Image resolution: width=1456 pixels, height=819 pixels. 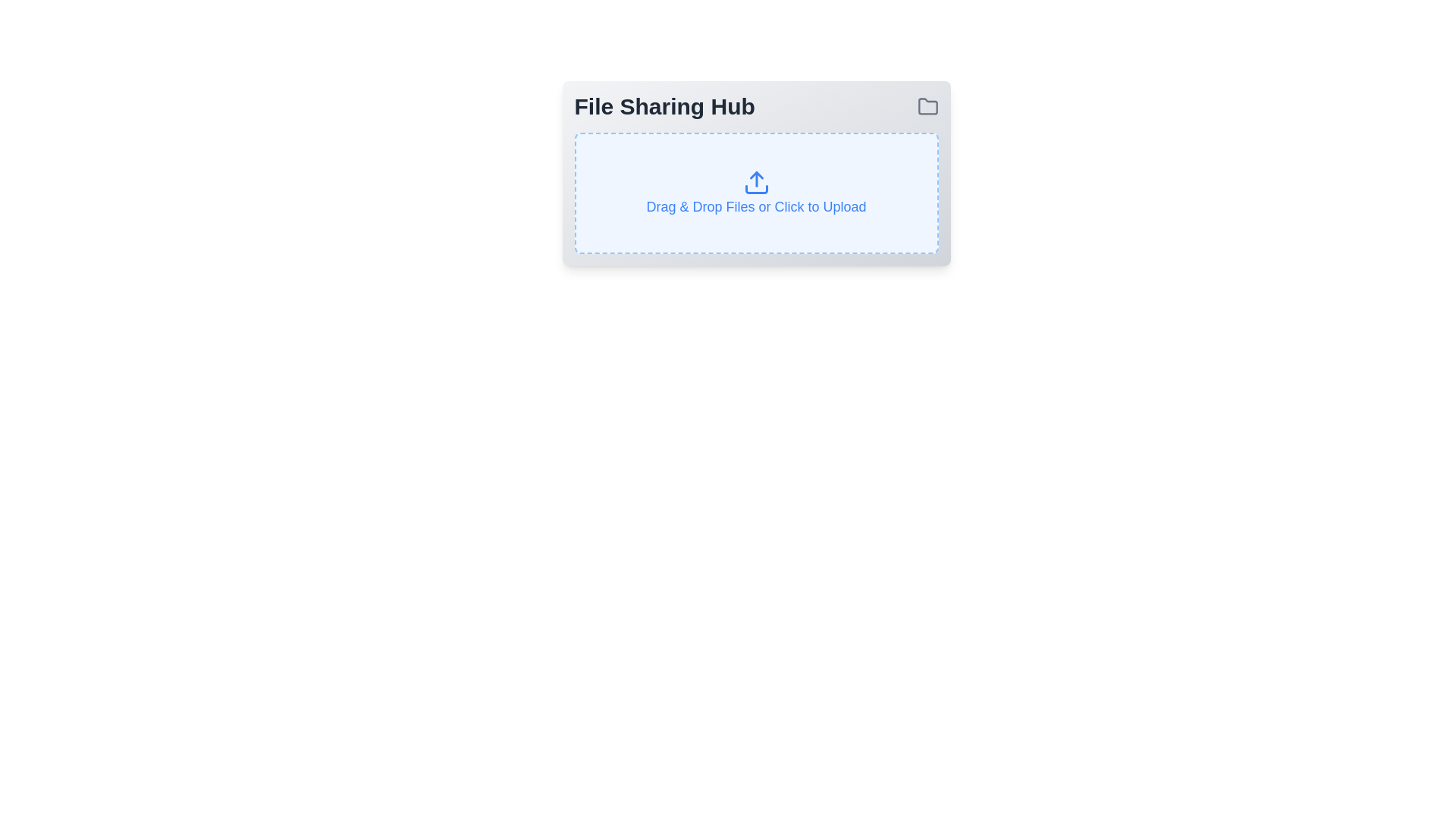 What do you see at coordinates (756, 106) in the screenshot?
I see `the purpose of the section` at bounding box center [756, 106].